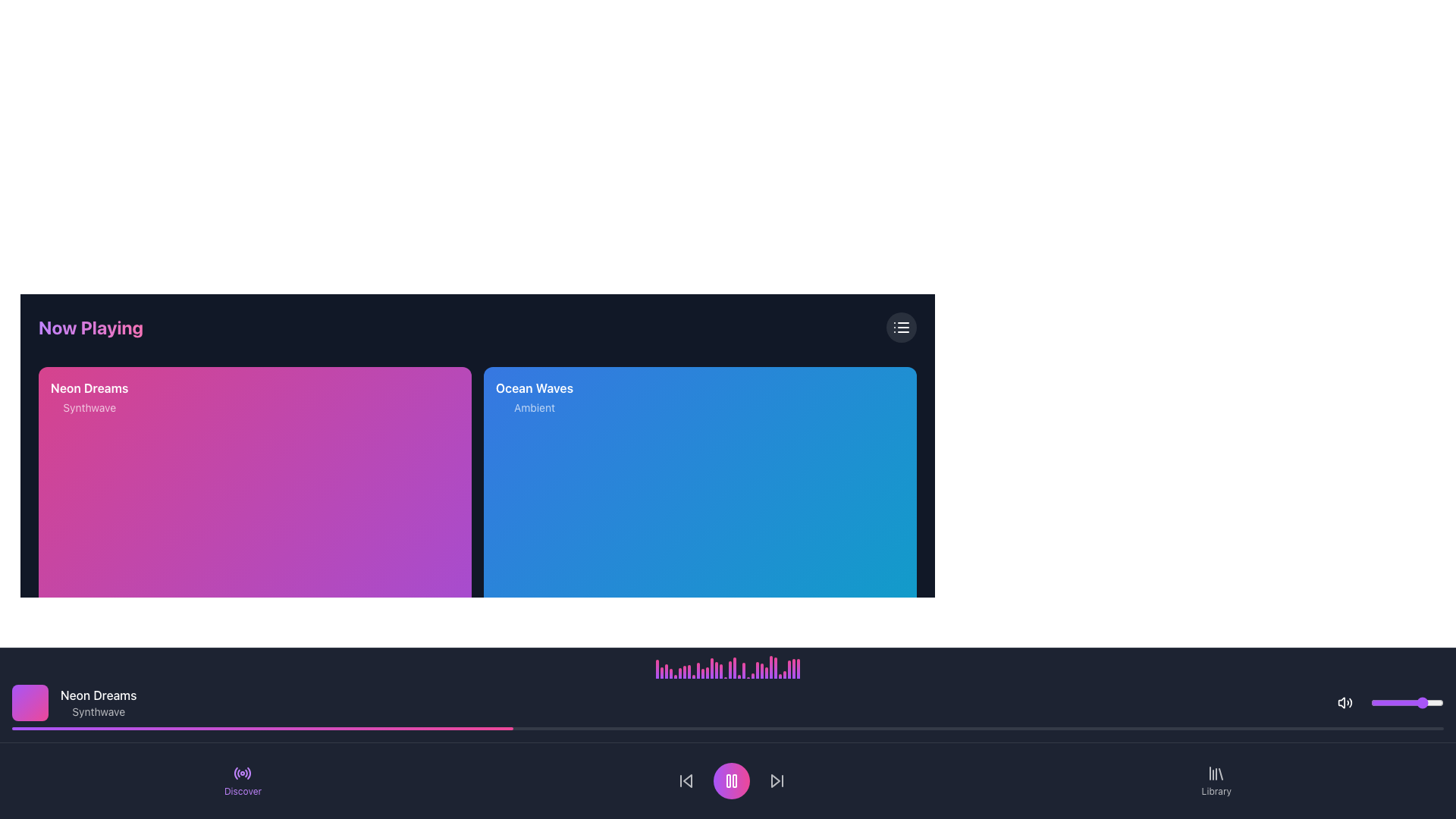 The width and height of the screenshot is (1456, 819). What do you see at coordinates (780, 674) in the screenshot?
I see `height of the 28th vertical bar element in the histogram, which is styled with a gradient fill from purple to pink and has a rounded top` at bounding box center [780, 674].